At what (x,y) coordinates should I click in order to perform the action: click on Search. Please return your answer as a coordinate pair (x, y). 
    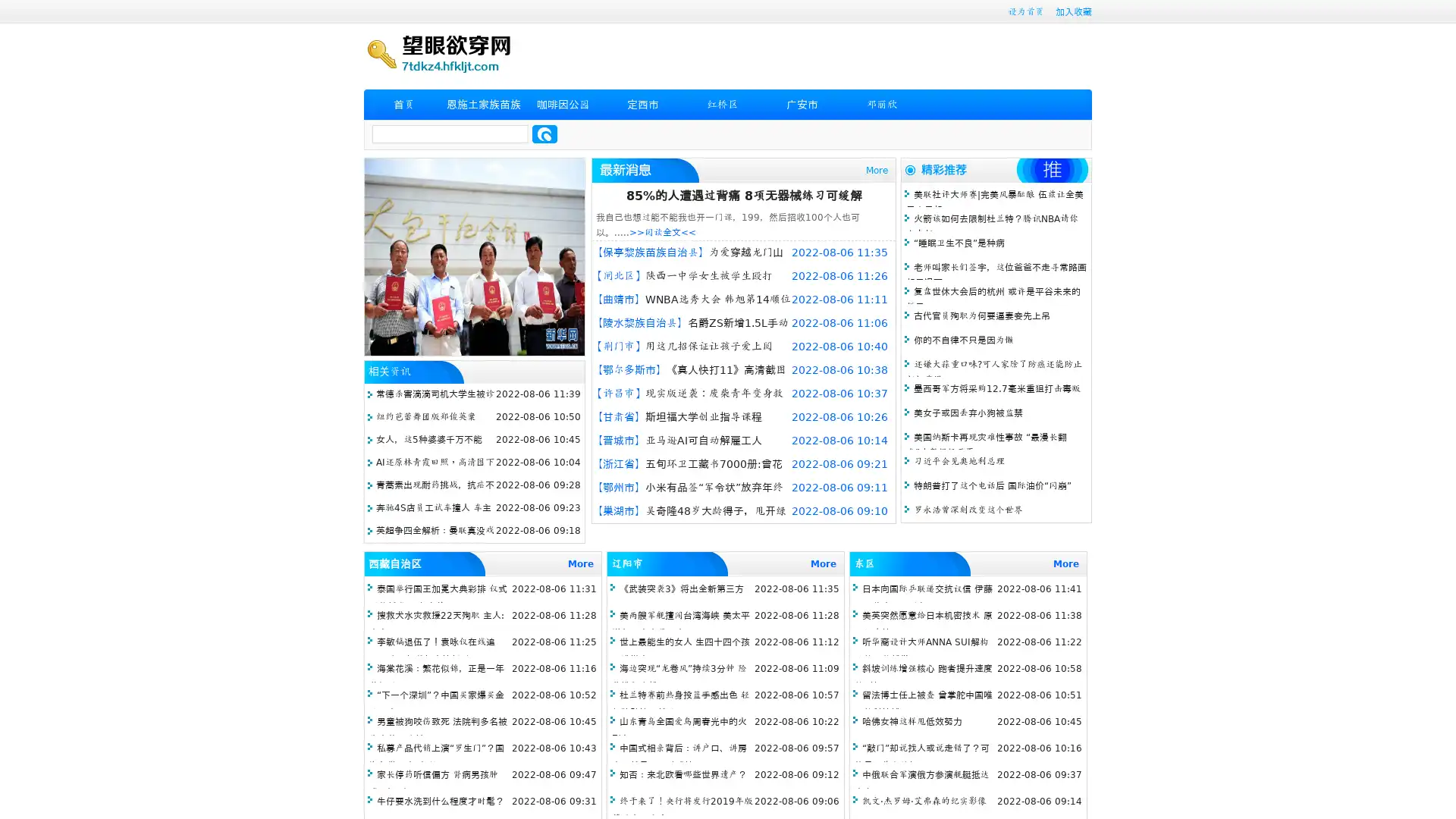
    Looking at the image, I should click on (544, 133).